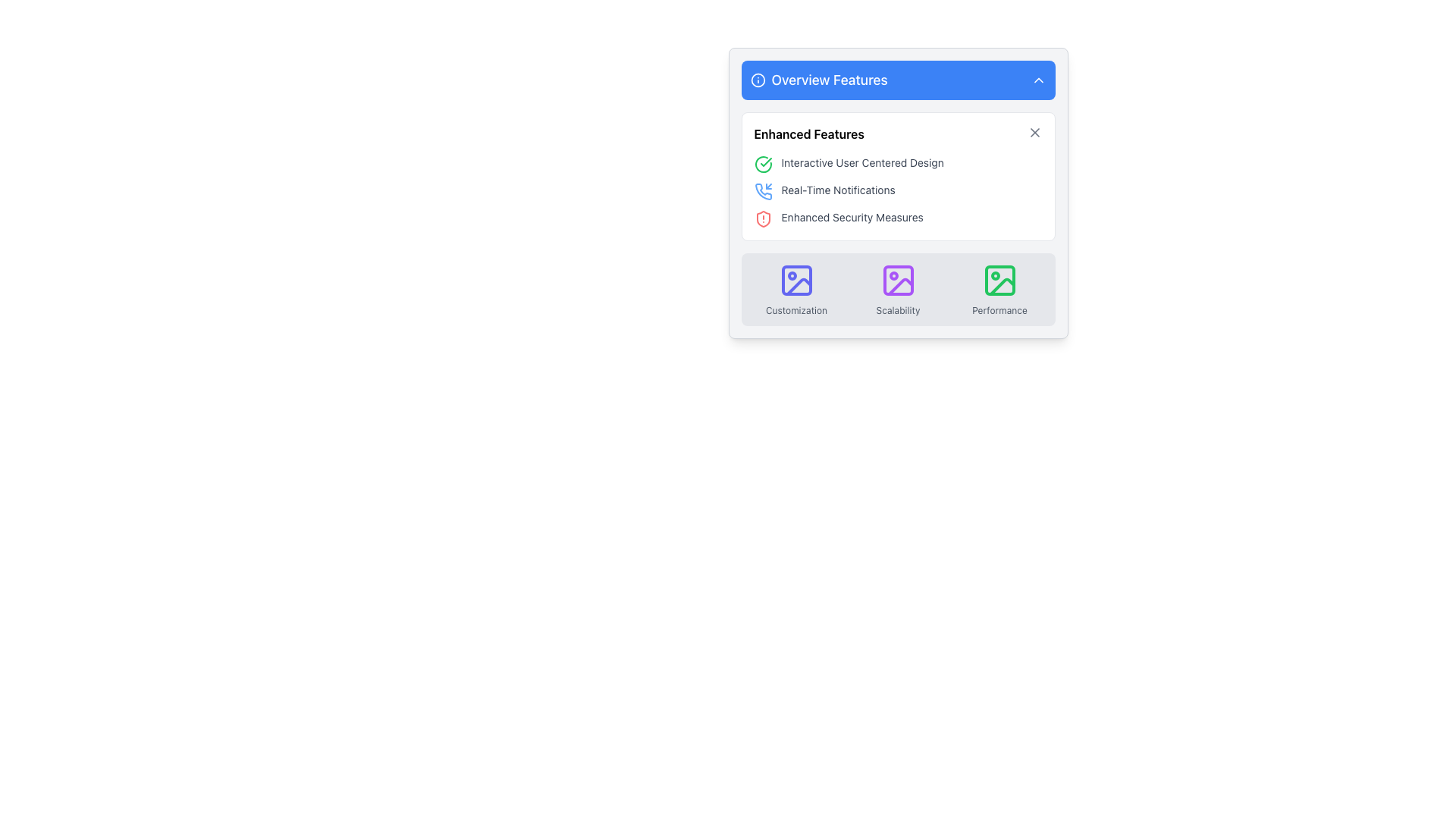  Describe the element at coordinates (999, 281) in the screenshot. I see `the rectangular box with rounded corners located in the center of the 'Performance' icon, which is the last icon in a row of three at the bottom of the interface` at that location.